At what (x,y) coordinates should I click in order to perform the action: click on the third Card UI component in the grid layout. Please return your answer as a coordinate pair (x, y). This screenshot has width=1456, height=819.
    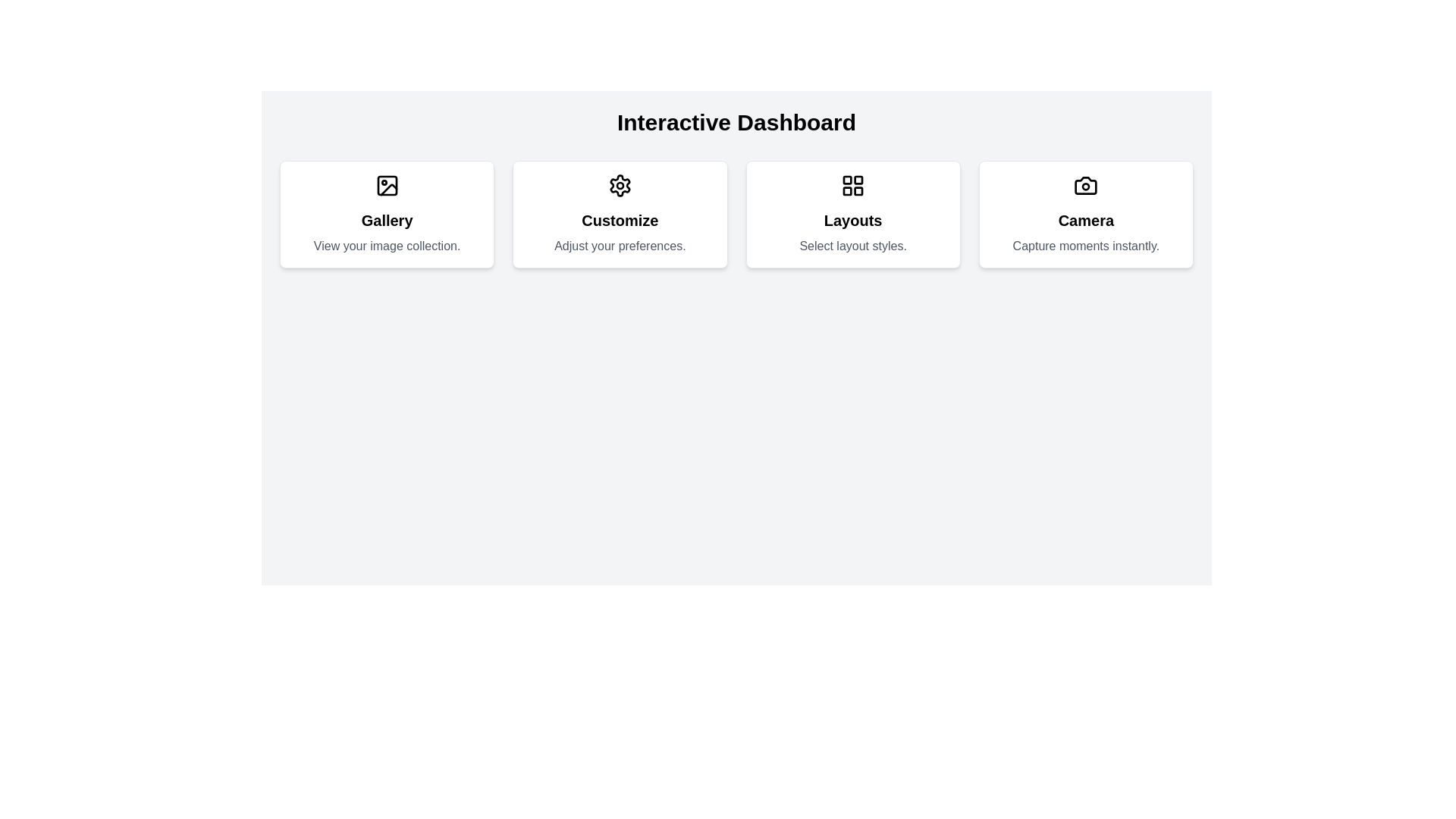
    Looking at the image, I should click on (853, 214).